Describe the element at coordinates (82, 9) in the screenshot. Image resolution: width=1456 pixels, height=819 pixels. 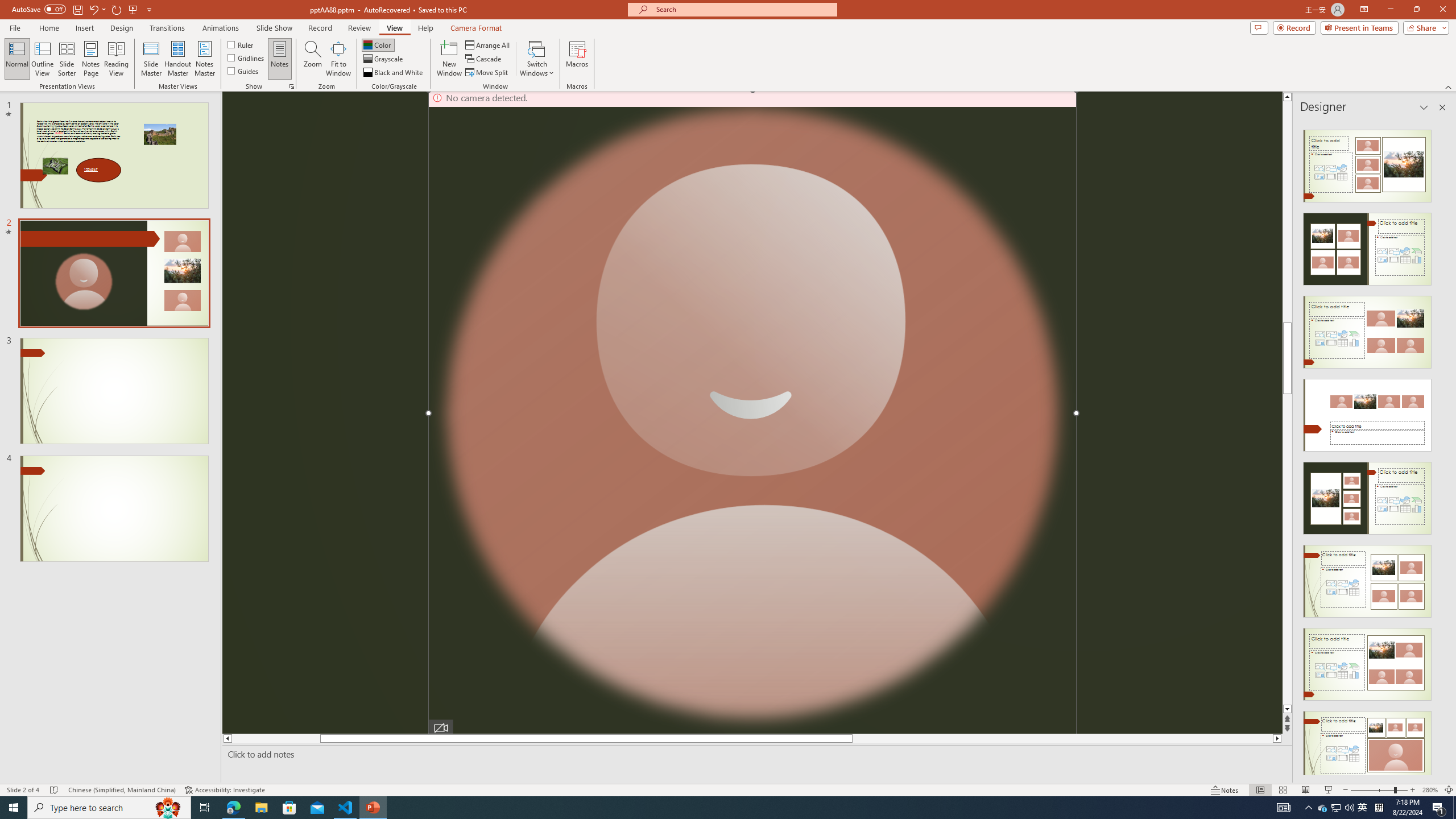
I see `'Quick Access Toolbar'` at that location.